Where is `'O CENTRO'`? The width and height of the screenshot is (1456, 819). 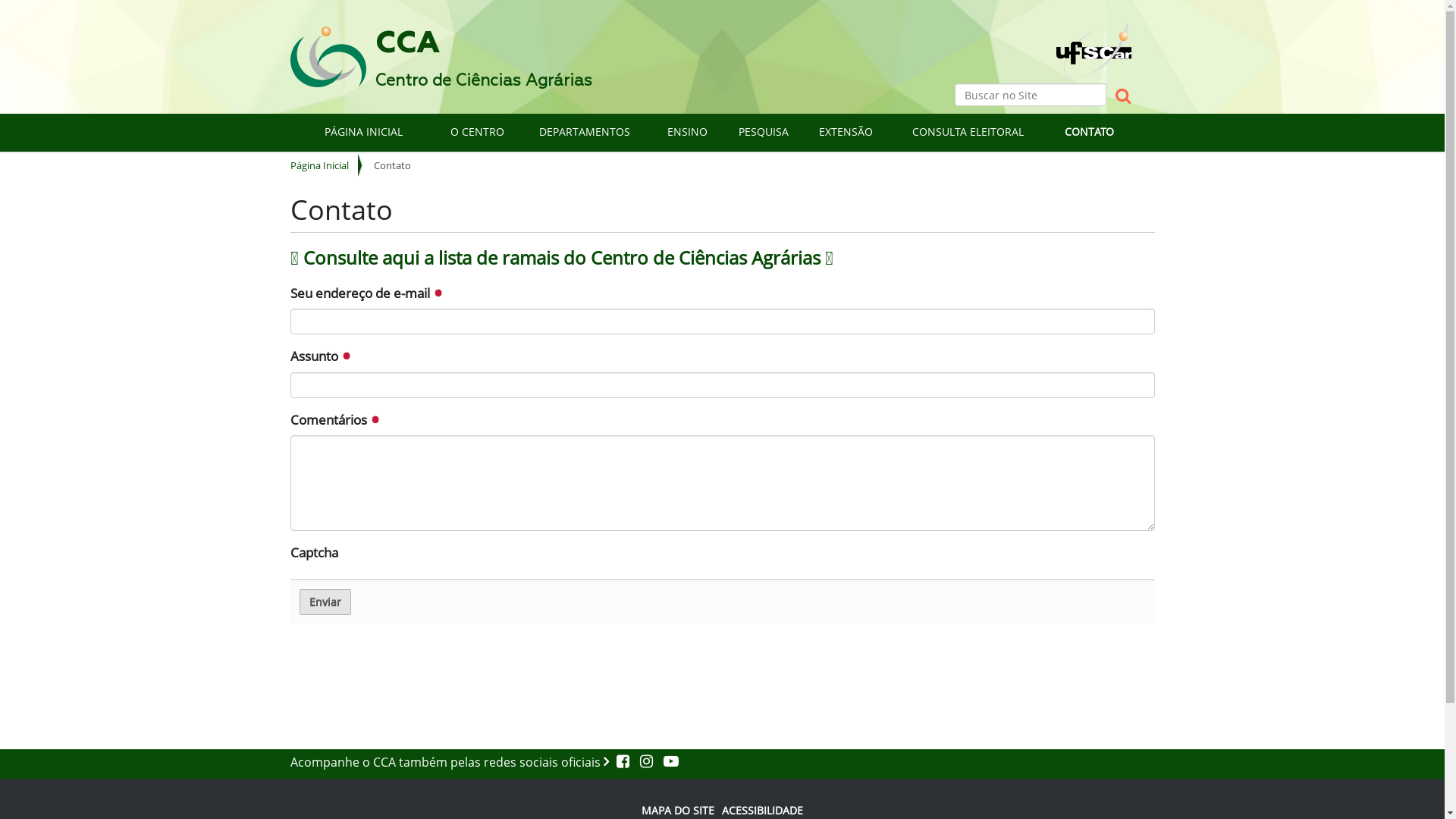
'O CENTRO' is located at coordinates (476, 130).